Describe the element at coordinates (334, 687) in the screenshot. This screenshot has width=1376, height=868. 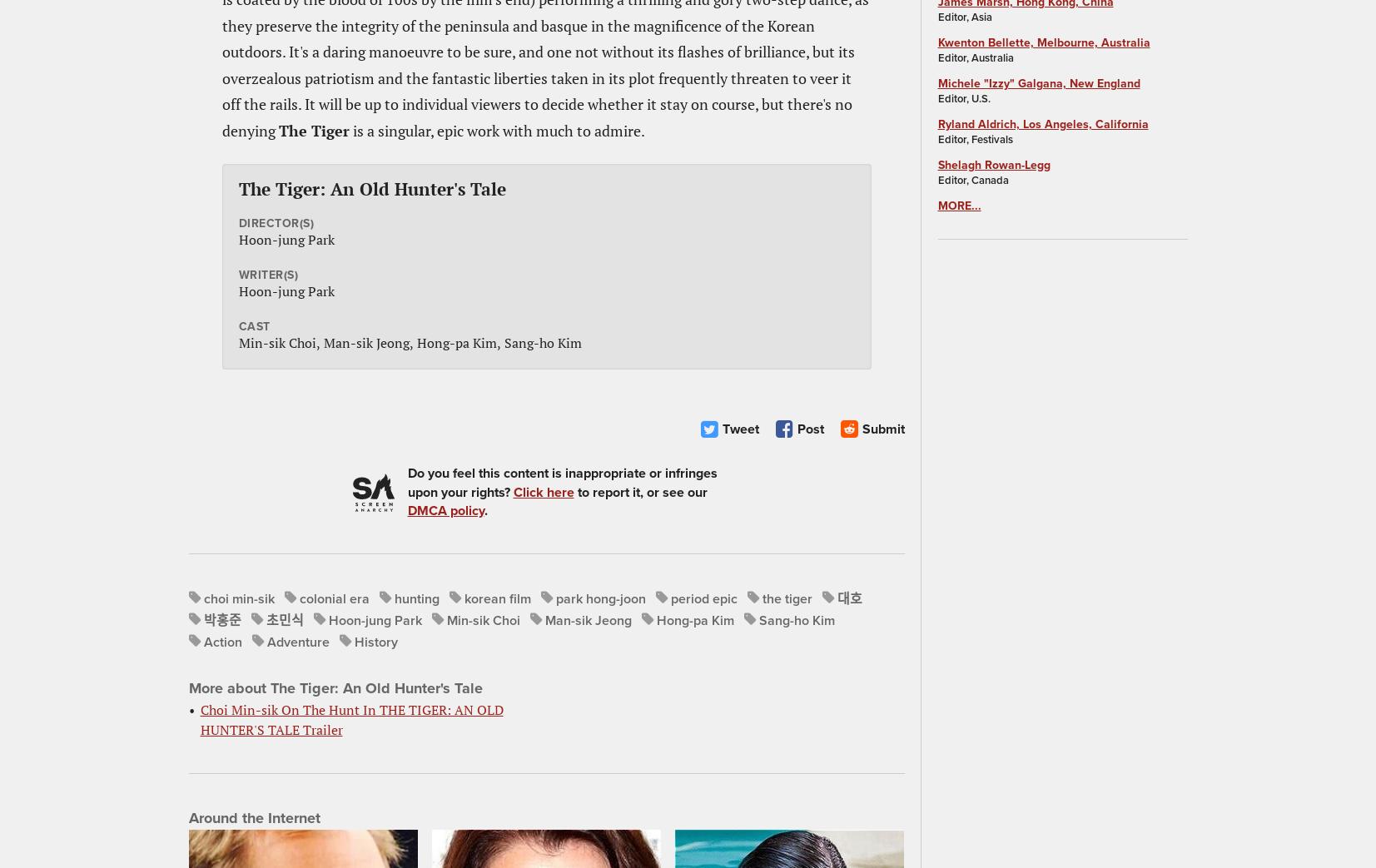
I see `'More about The Tiger: An Old Hunter's Tale'` at that location.